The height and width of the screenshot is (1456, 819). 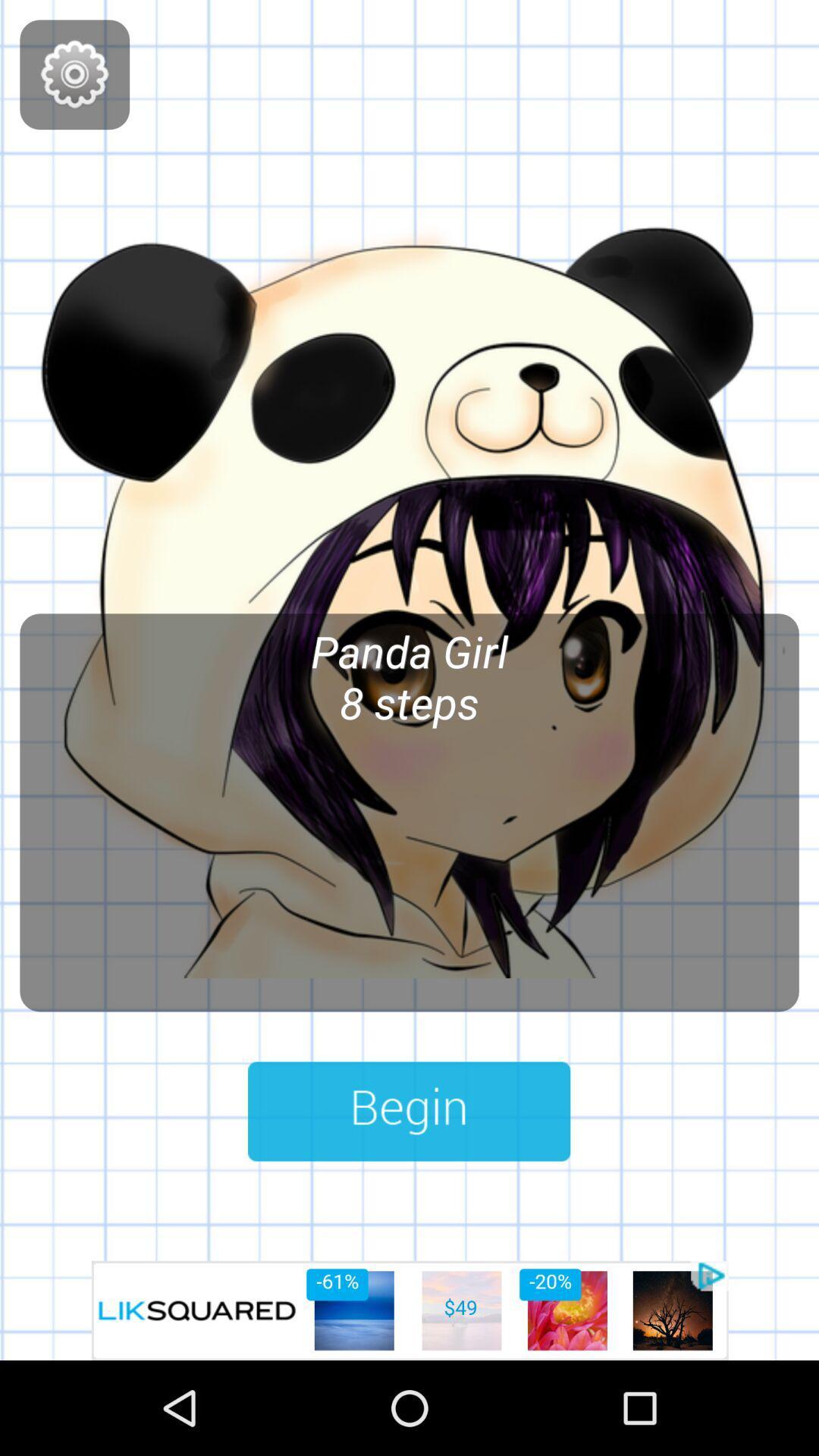 What do you see at coordinates (74, 74) in the screenshot?
I see `setting button` at bounding box center [74, 74].